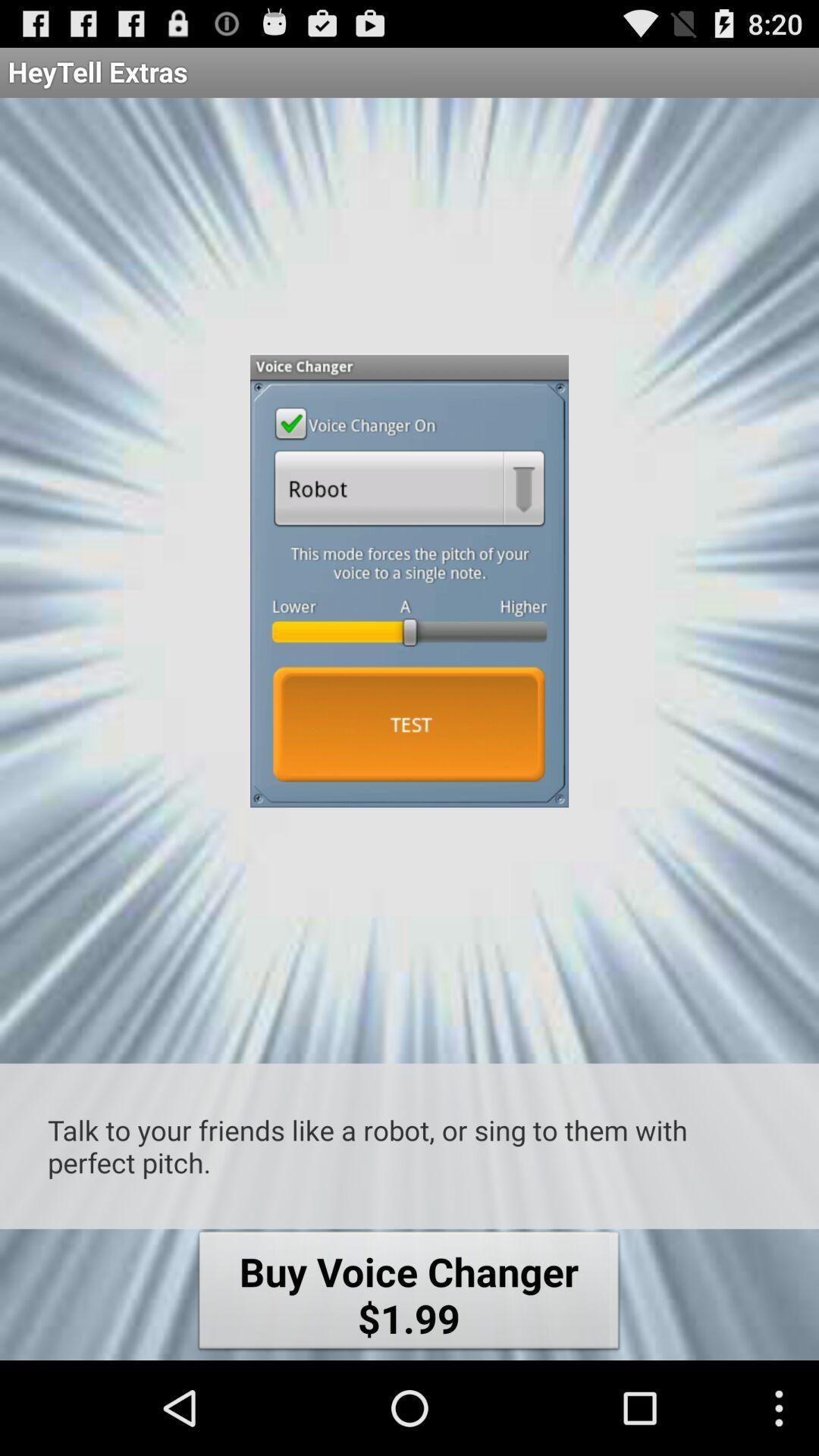  Describe the element at coordinates (408, 1294) in the screenshot. I see `the buy voice changer item` at that location.